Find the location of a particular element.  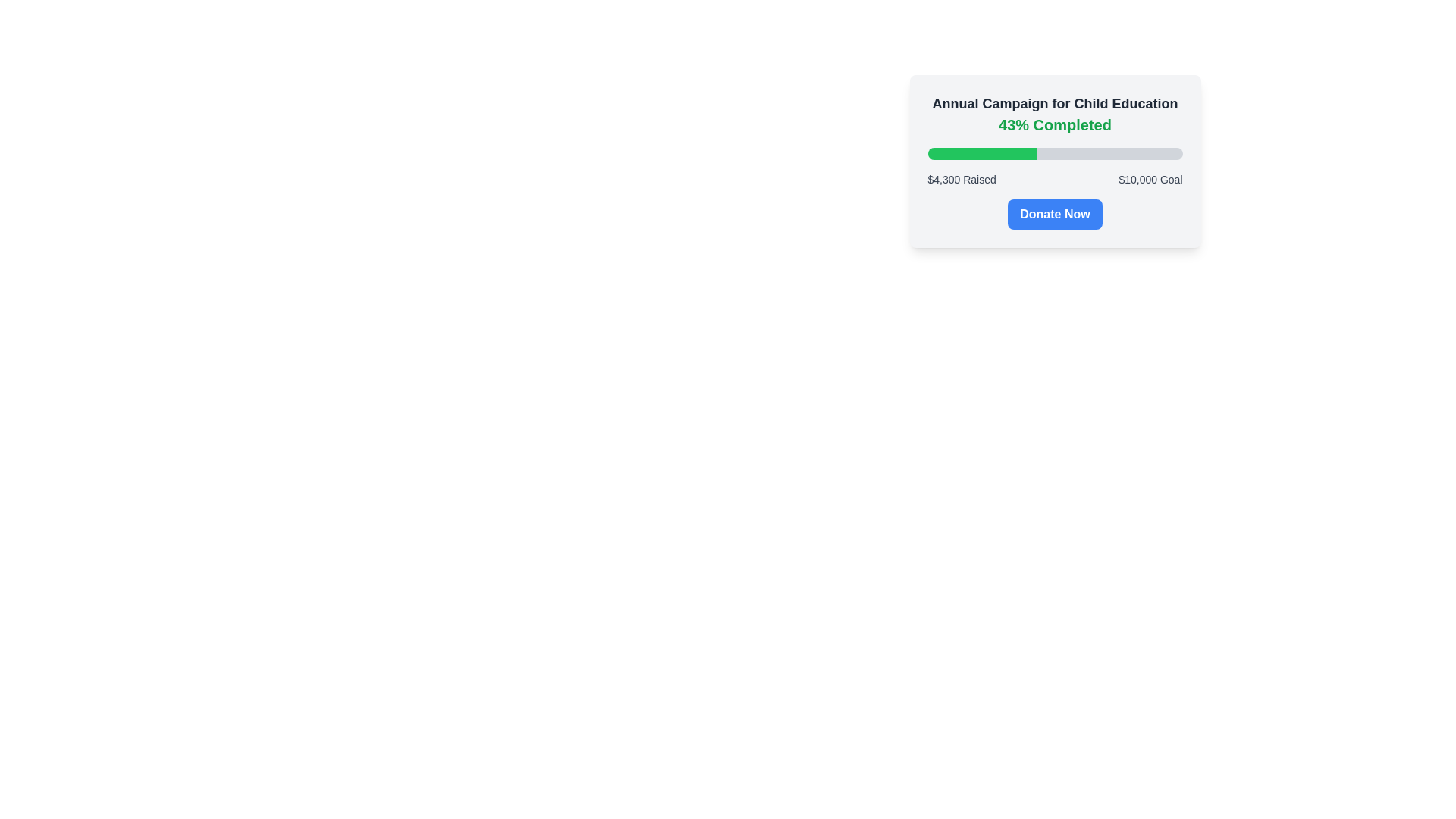

the completion level of the progress bar, which is a horizontal bar with a light gray background and a green section indicating progress, located below the '43% Completed' text and above the financial goal information is located at coordinates (1054, 154).